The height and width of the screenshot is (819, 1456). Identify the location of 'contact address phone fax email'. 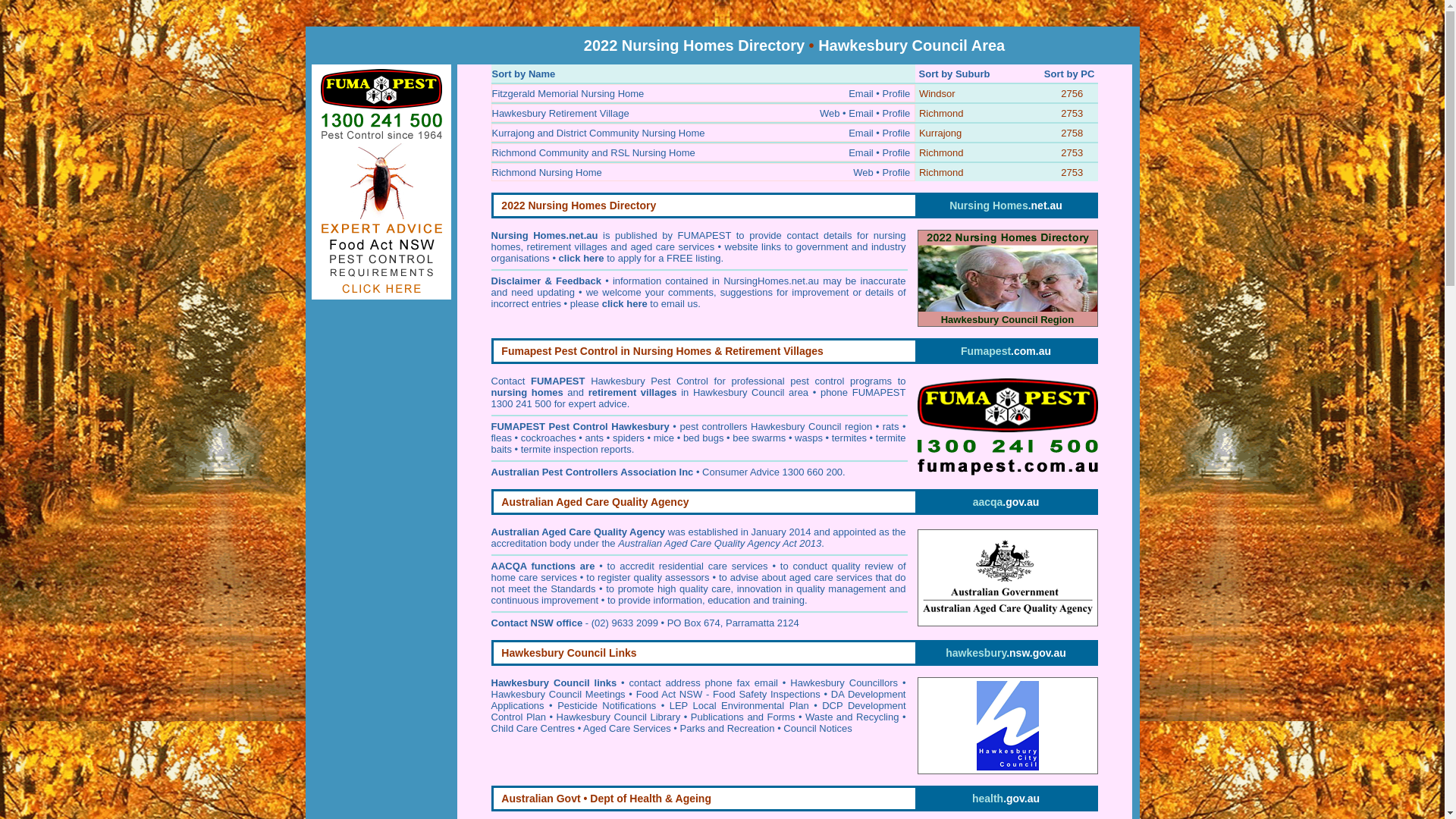
(702, 682).